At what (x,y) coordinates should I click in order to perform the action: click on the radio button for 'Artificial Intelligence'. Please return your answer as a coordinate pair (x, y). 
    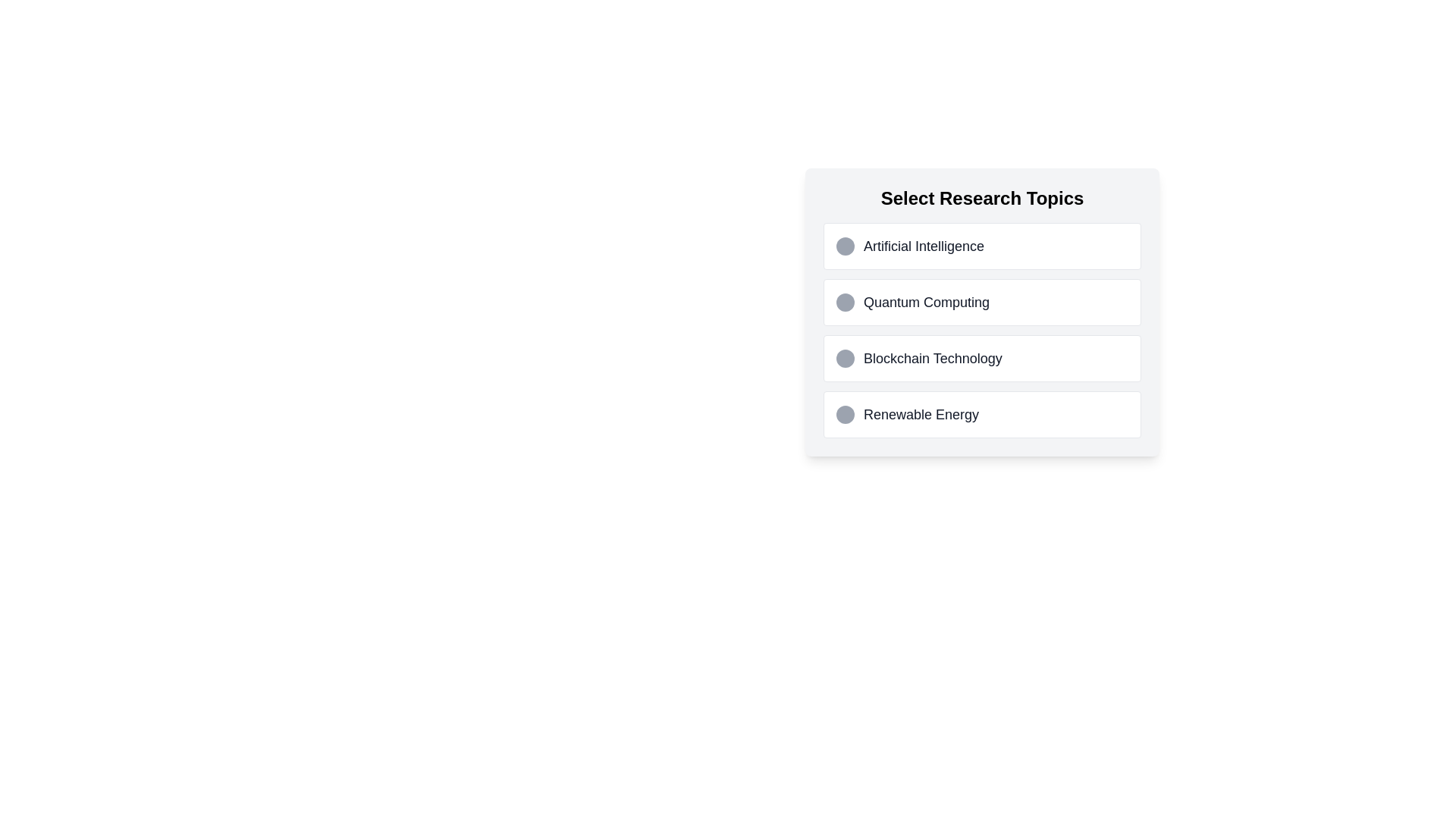
    Looking at the image, I should click on (844, 245).